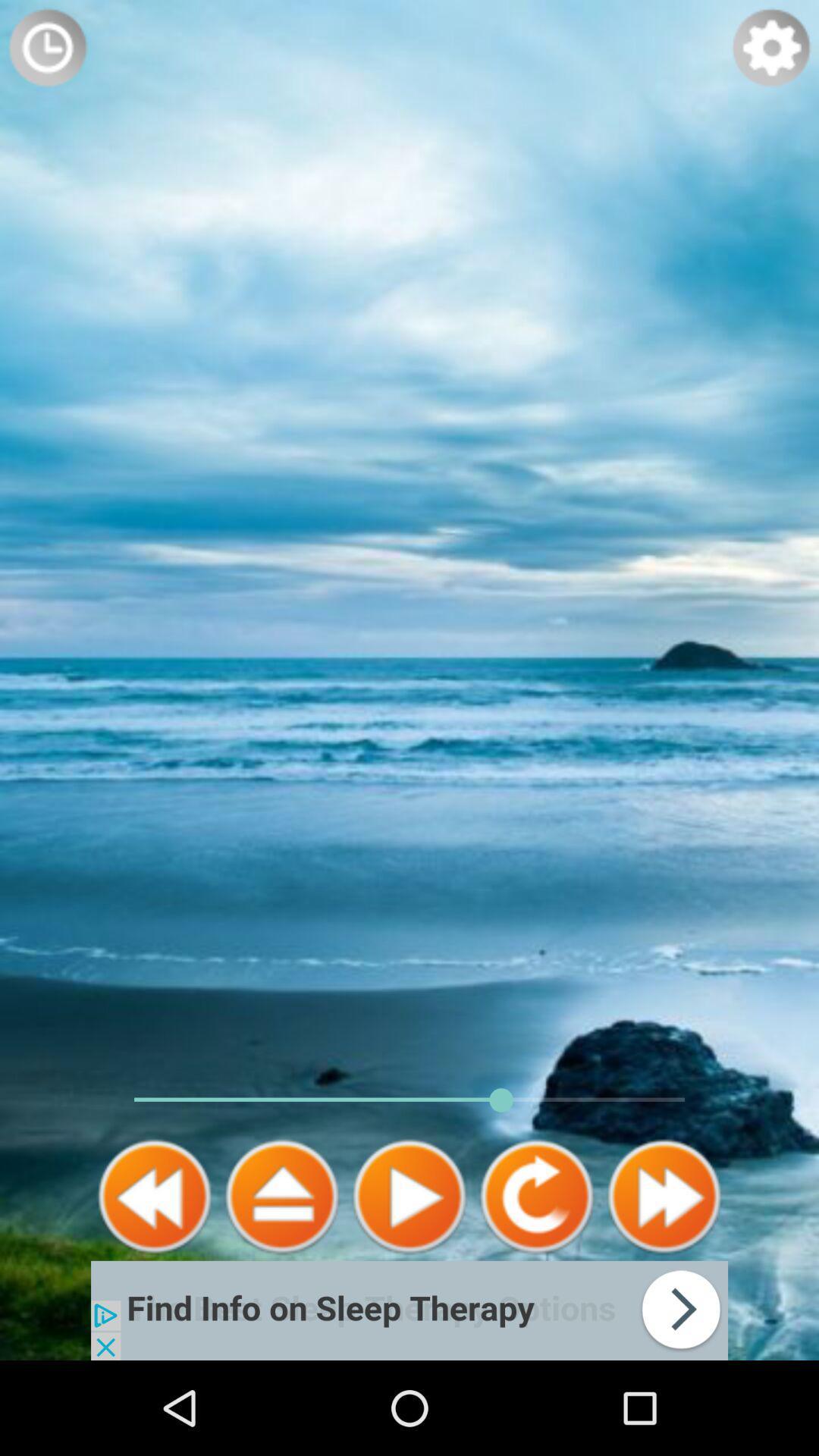 The image size is (819, 1456). Describe the element at coordinates (409, 1196) in the screenshot. I see `music` at that location.